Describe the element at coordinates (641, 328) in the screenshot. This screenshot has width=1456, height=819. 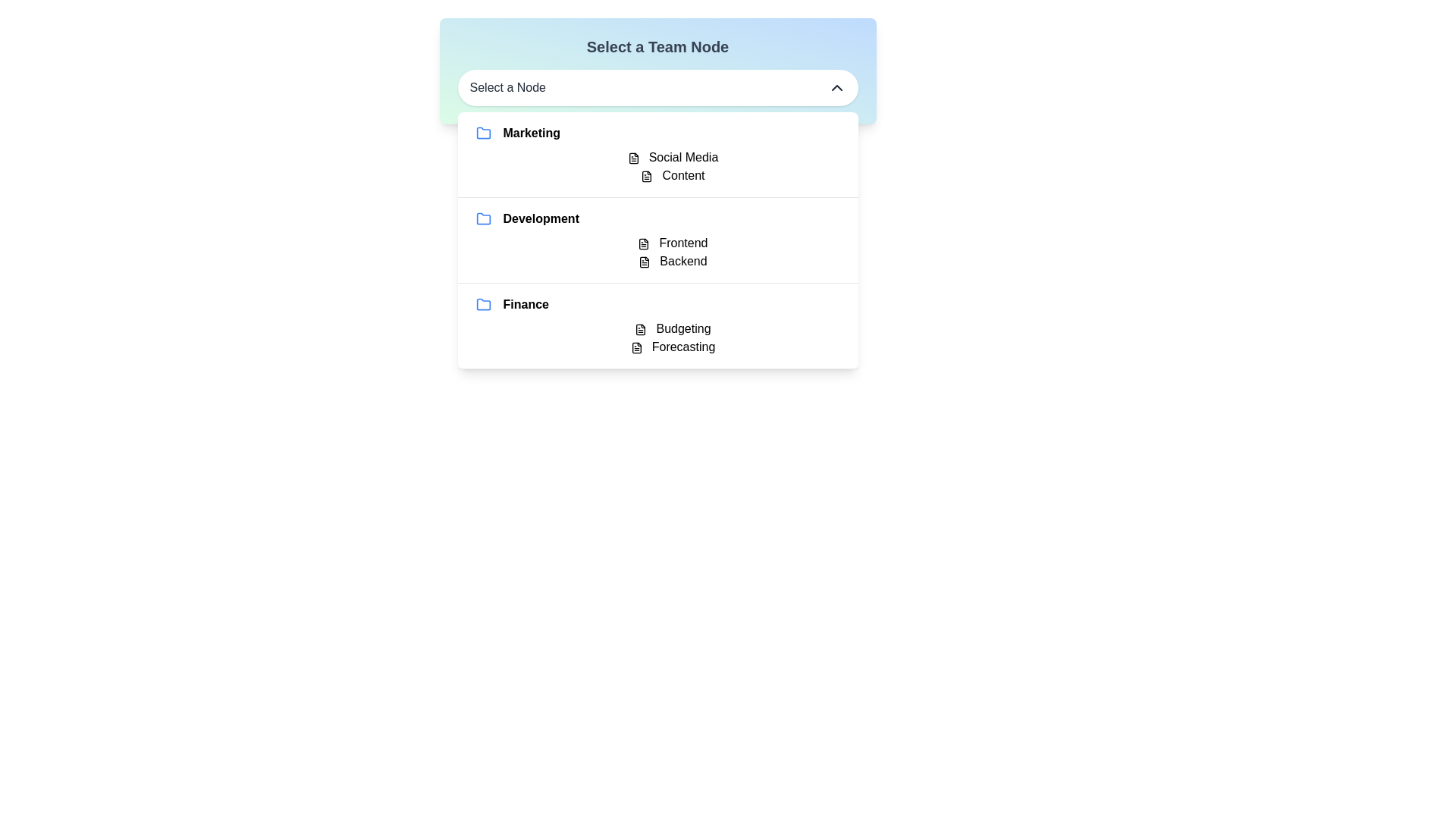
I see `the document icon located in the Finance section, directly to the left of the Budgeting label` at that location.